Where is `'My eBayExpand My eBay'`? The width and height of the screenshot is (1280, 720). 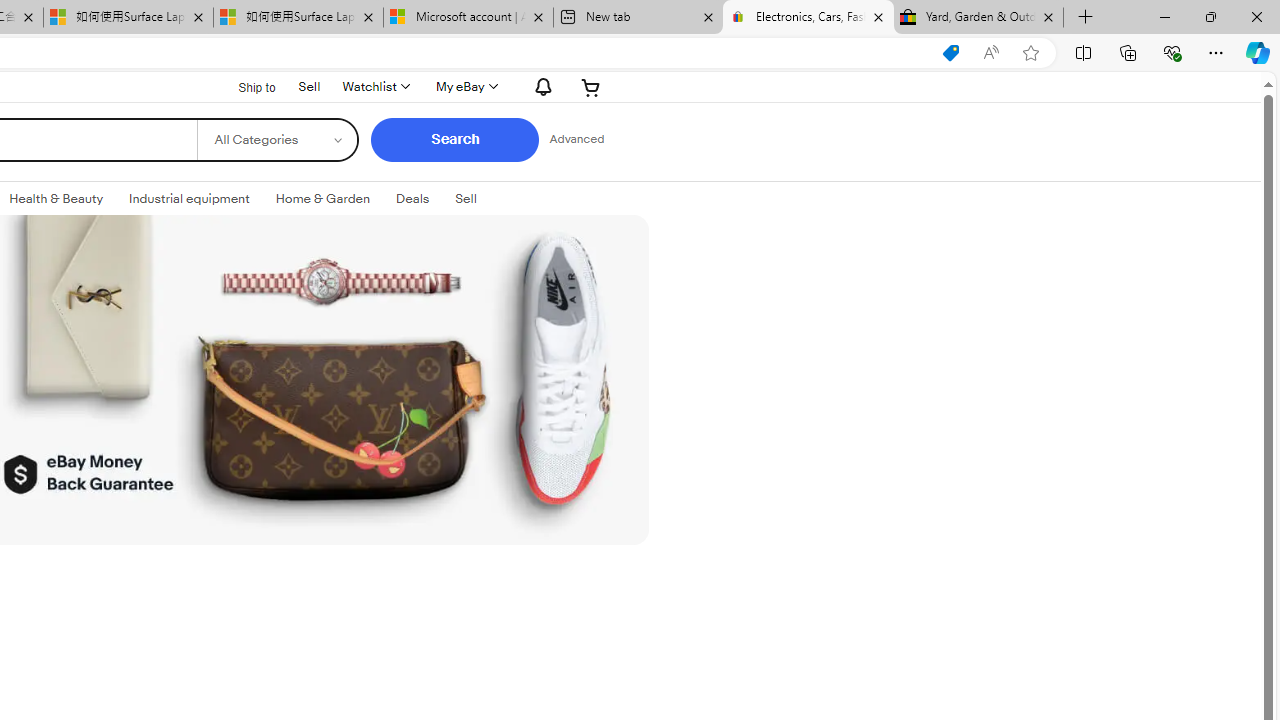
'My eBayExpand My eBay' is located at coordinates (464, 86).